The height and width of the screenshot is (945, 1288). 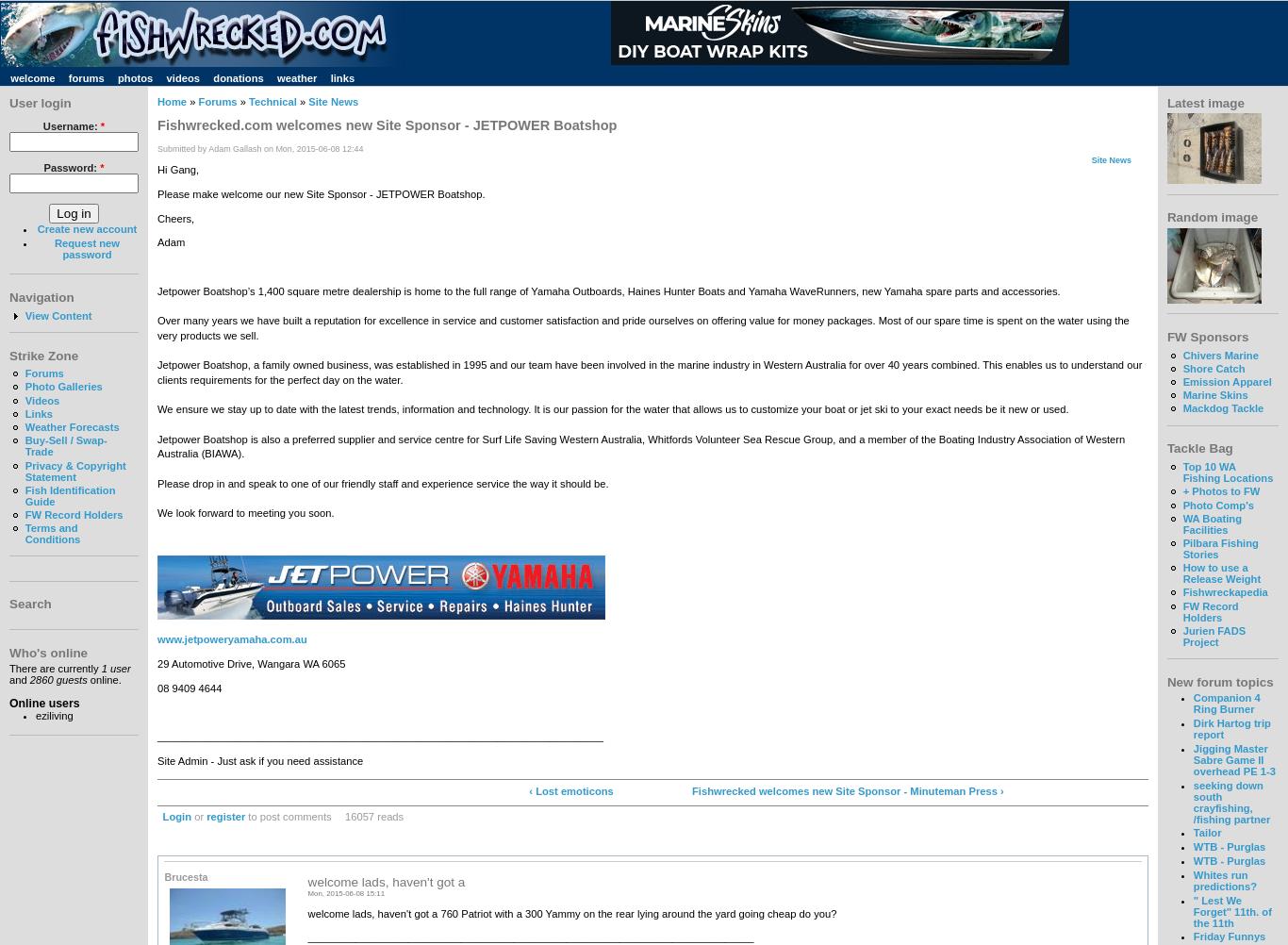 What do you see at coordinates (86, 248) in the screenshot?
I see `'Request new password'` at bounding box center [86, 248].